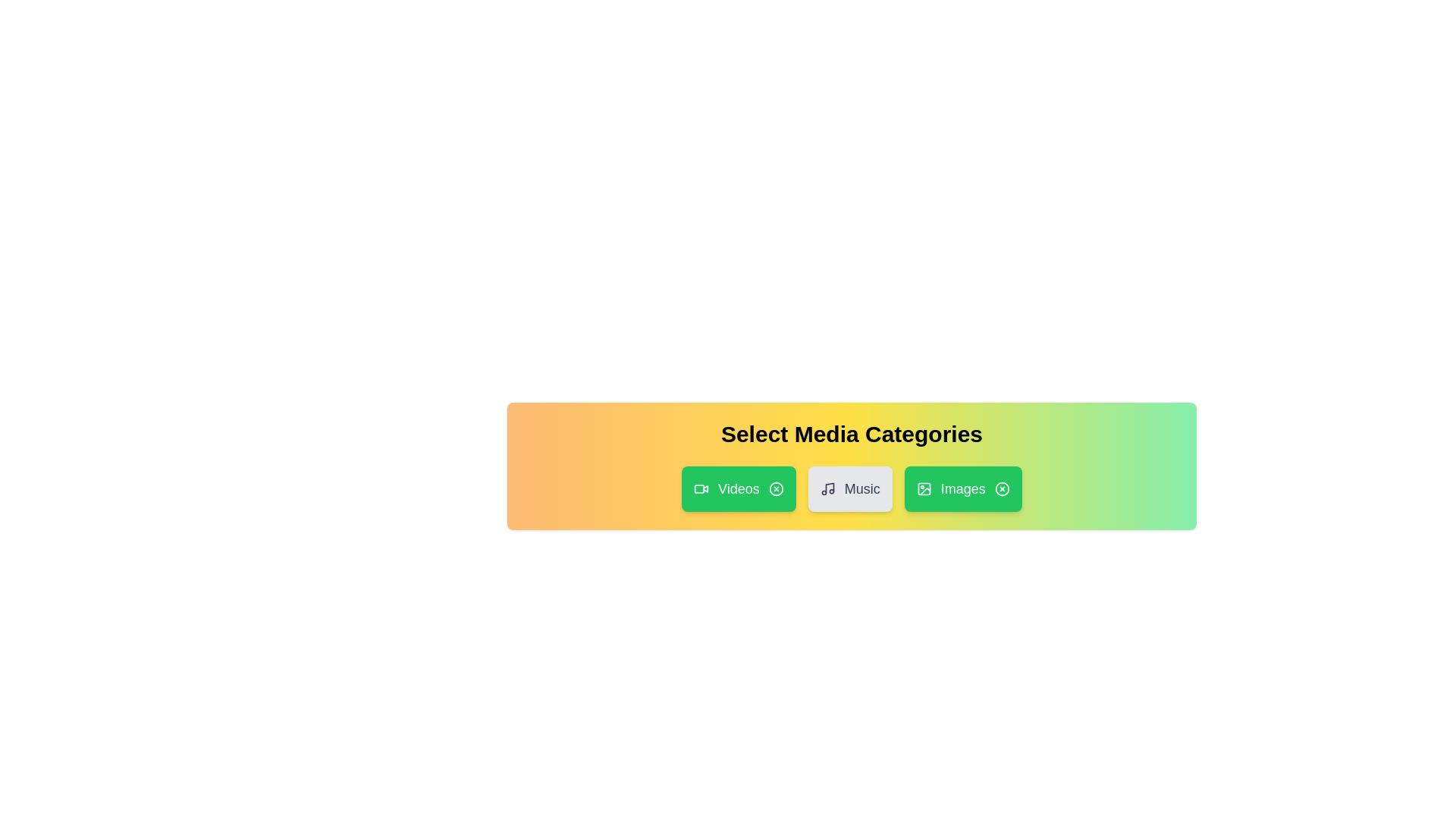 Image resolution: width=1456 pixels, height=819 pixels. What do you see at coordinates (850, 488) in the screenshot?
I see `the category button labeled Music` at bounding box center [850, 488].